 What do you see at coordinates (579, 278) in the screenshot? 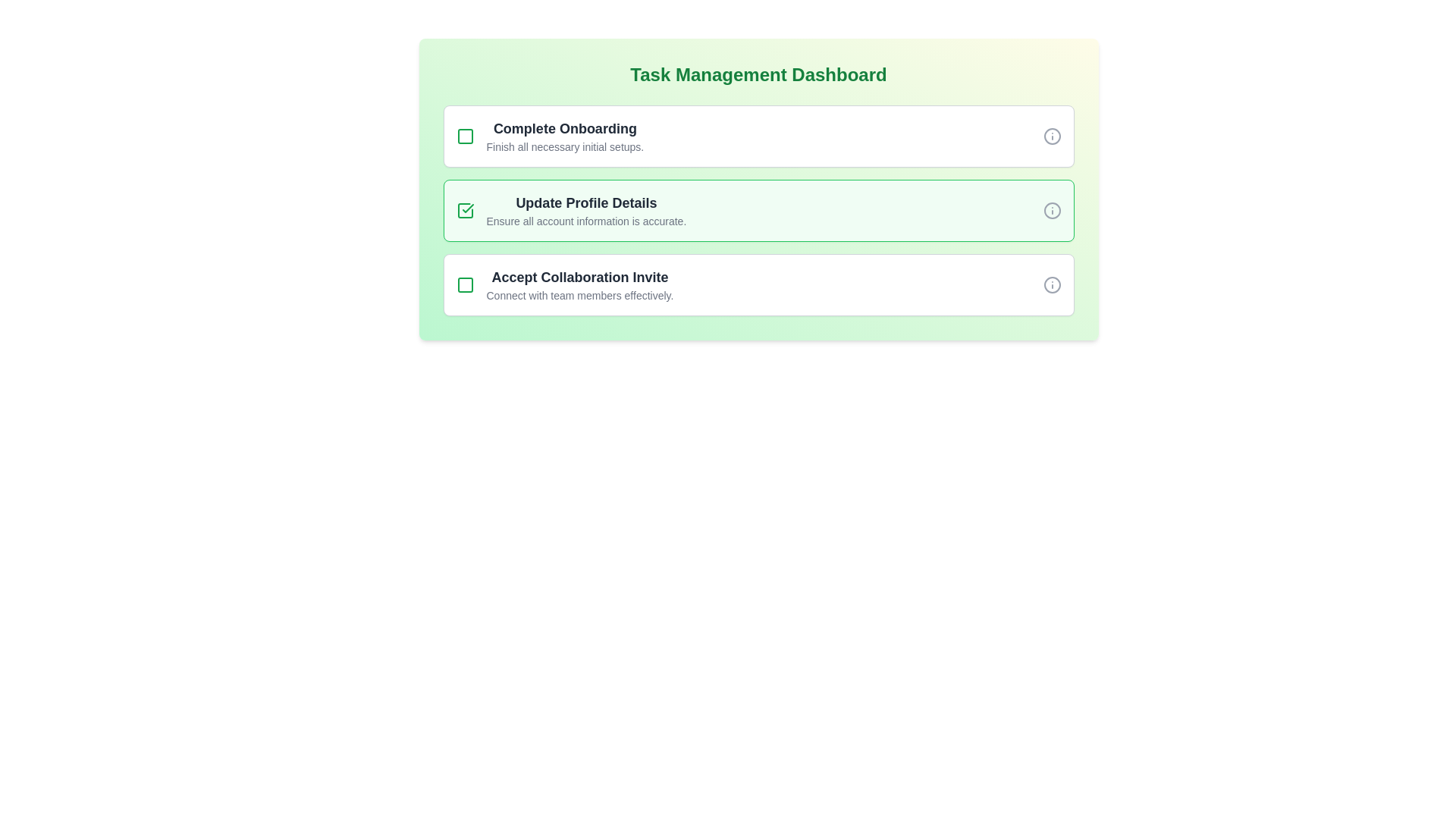
I see `the text label displaying 'Accept Collaboration Invite', which is the title of the third task` at bounding box center [579, 278].